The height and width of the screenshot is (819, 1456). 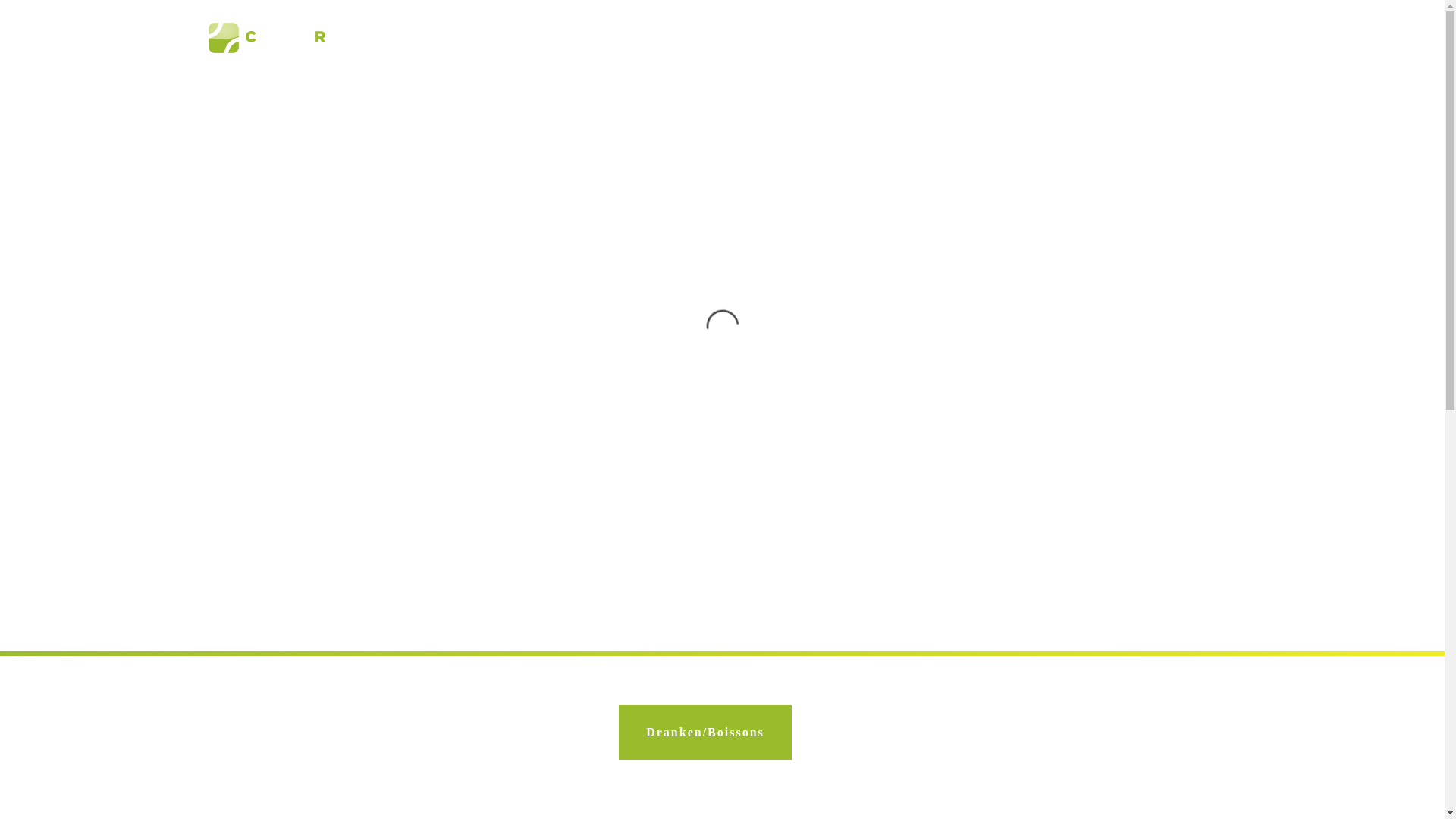 What do you see at coordinates (692, 37) in the screenshot?
I see `'TERREINRESERVATIE'` at bounding box center [692, 37].